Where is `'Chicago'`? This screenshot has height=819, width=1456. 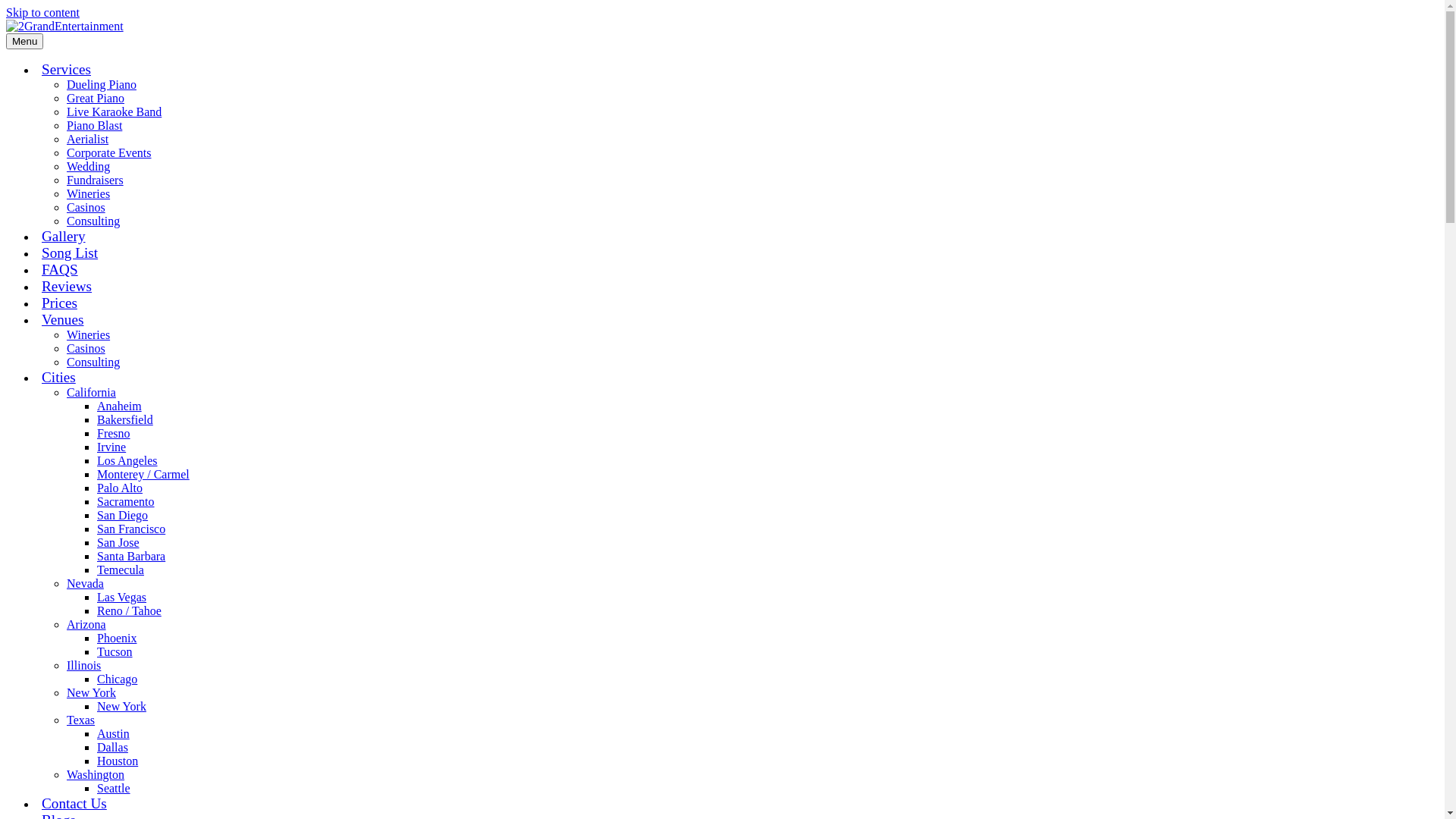 'Chicago' is located at coordinates (116, 678).